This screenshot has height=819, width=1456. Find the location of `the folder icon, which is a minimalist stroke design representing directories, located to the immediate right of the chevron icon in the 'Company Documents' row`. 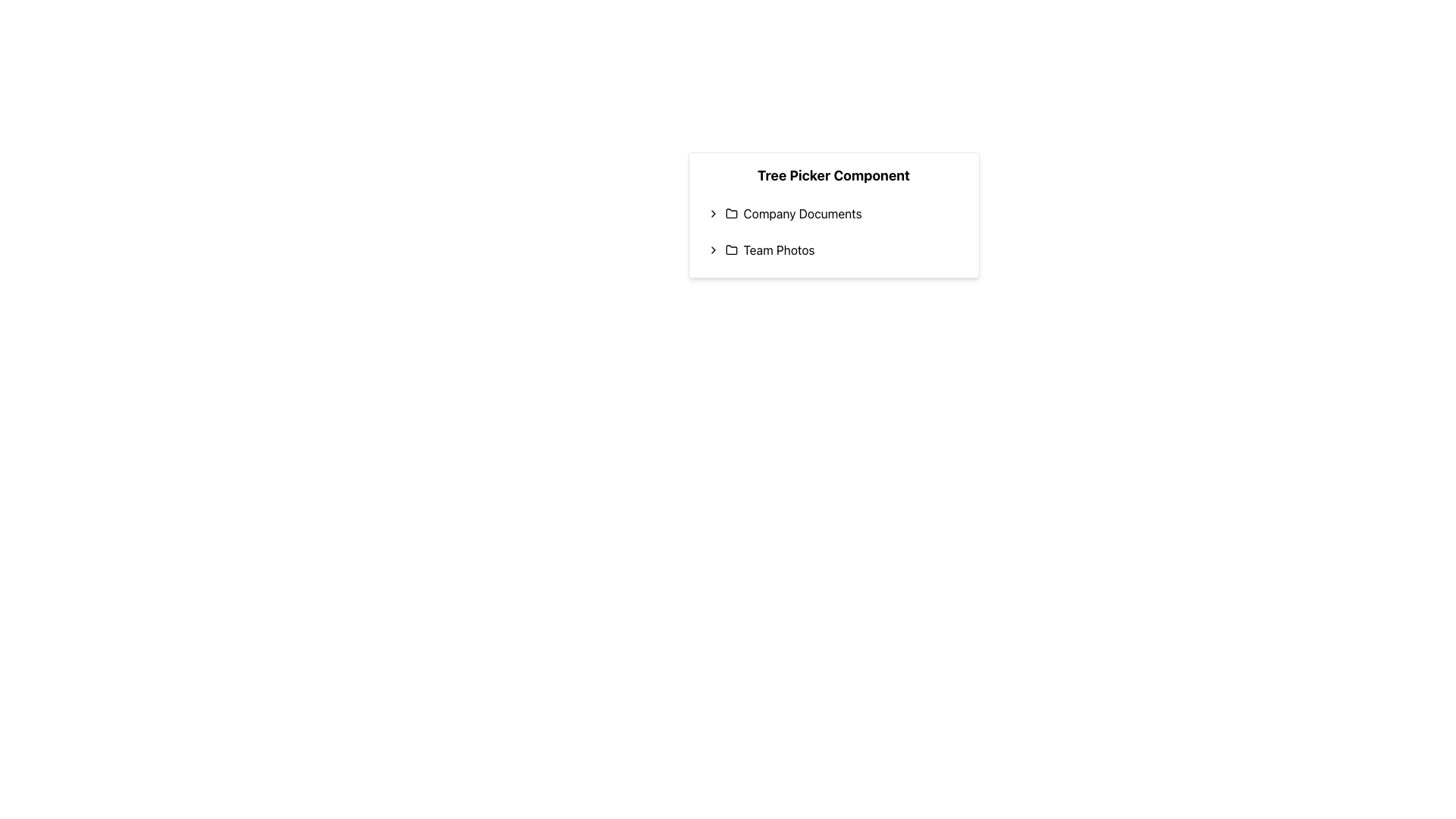

the folder icon, which is a minimalist stroke design representing directories, located to the immediate right of the chevron icon in the 'Company Documents' row is located at coordinates (731, 213).